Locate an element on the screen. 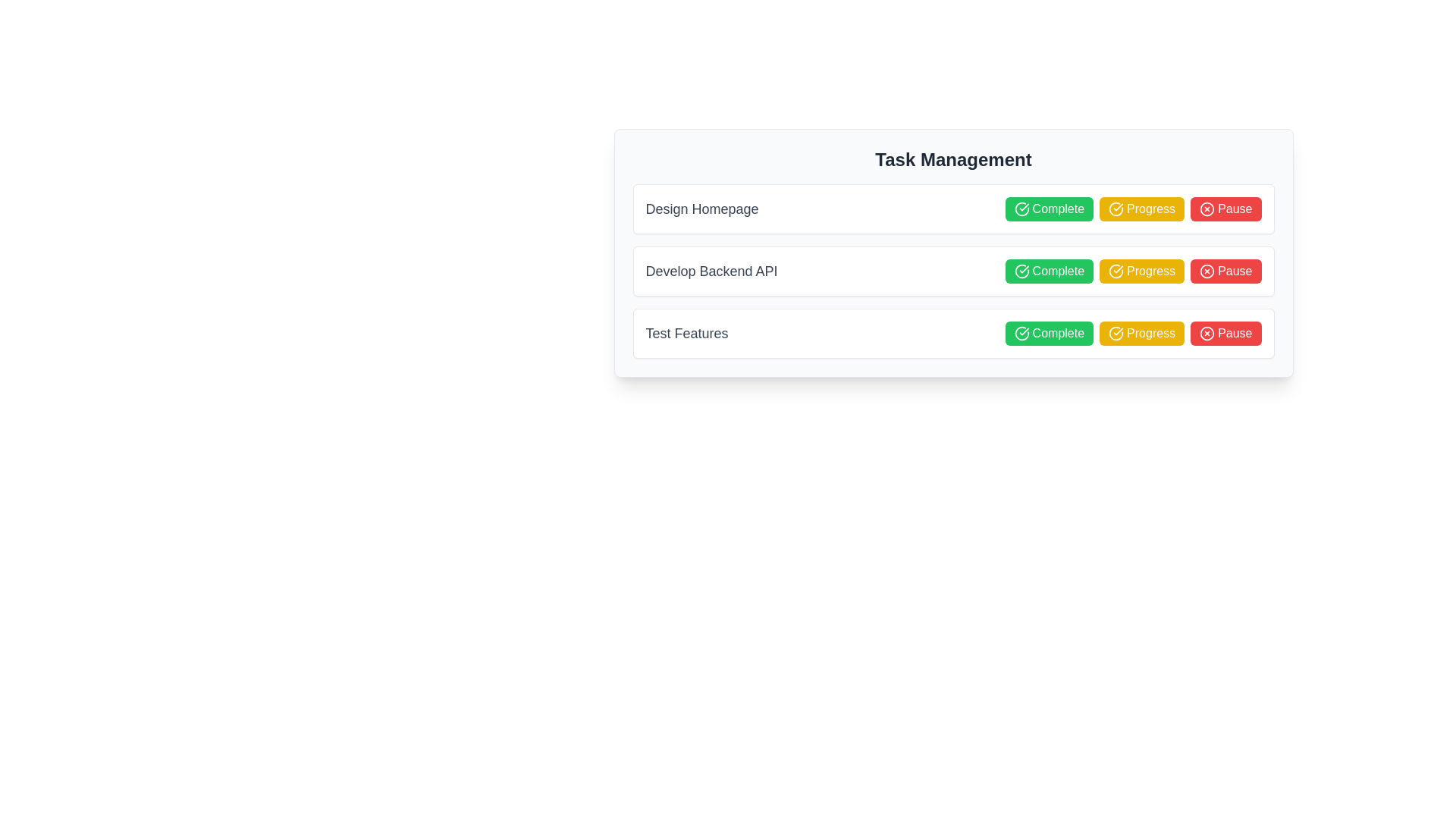 The height and width of the screenshot is (819, 1456). the 'Progress' status update button, which is the second button in the 'Test Features' task control row, positioned between the 'Complete' and 'Pause' buttons is located at coordinates (1133, 332).